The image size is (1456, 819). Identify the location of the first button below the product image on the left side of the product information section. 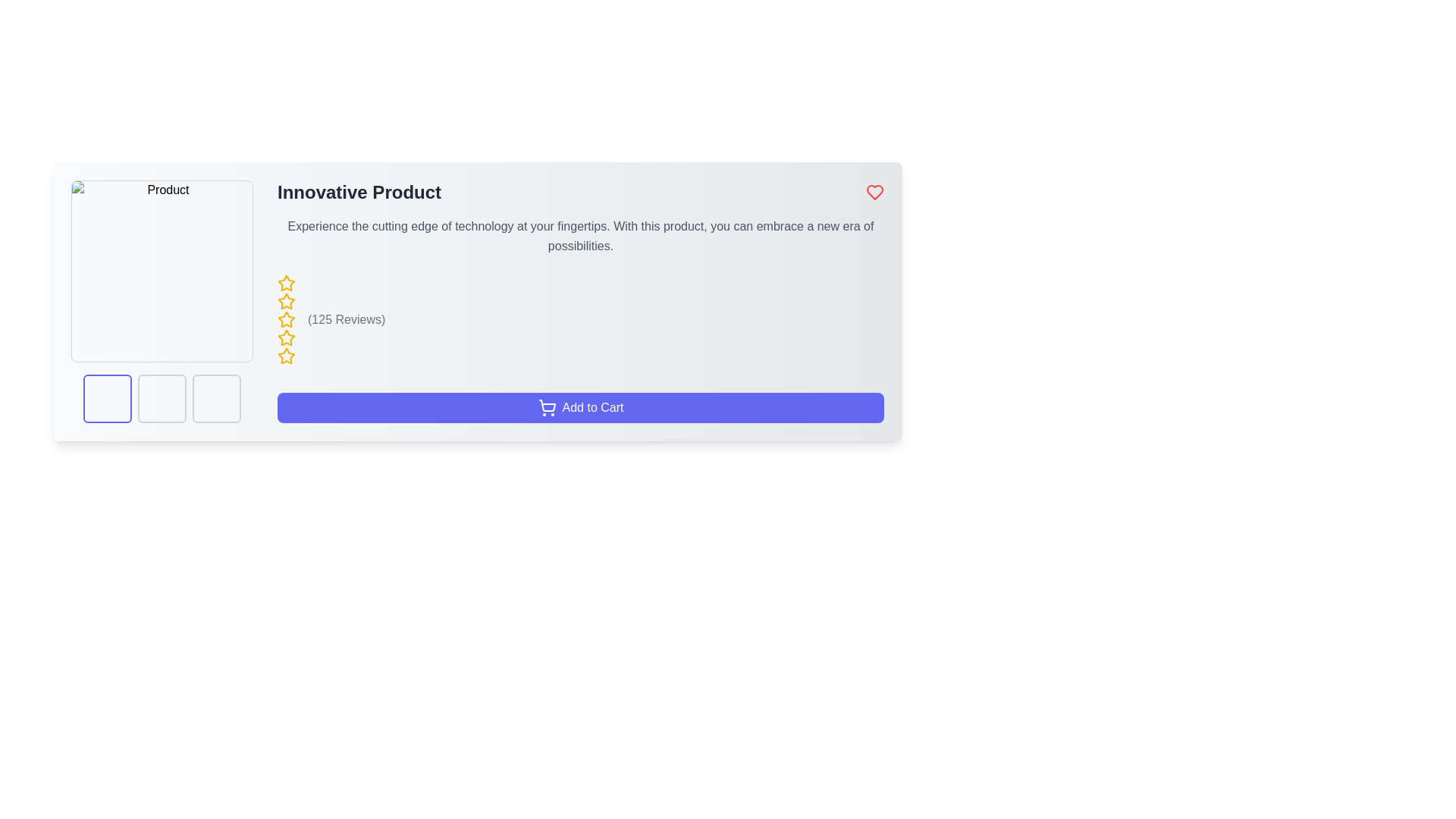
(107, 397).